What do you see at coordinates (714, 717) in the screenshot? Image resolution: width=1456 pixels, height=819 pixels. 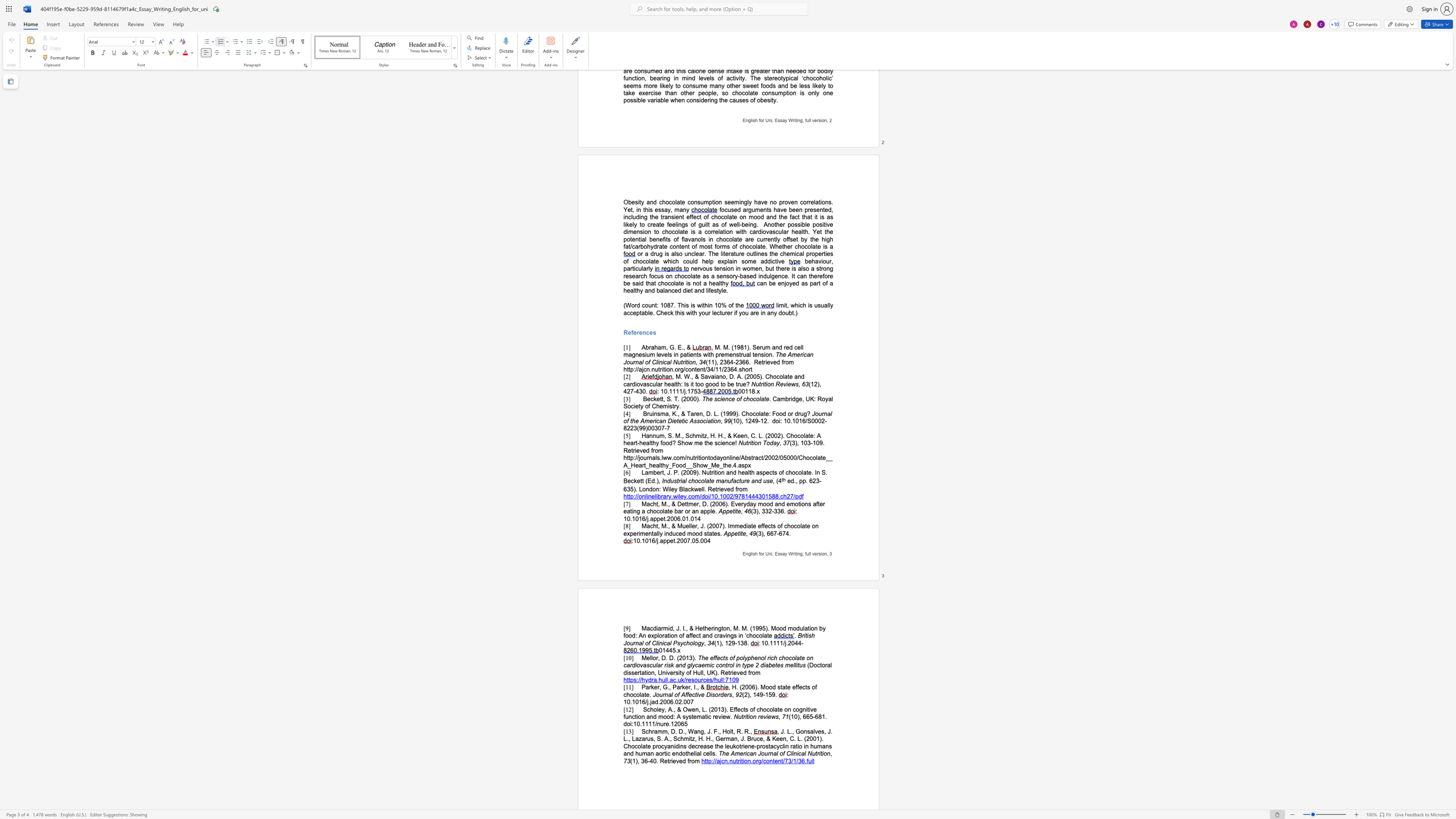 I see `the space between the continuous character "r" and "e" in the text` at bounding box center [714, 717].